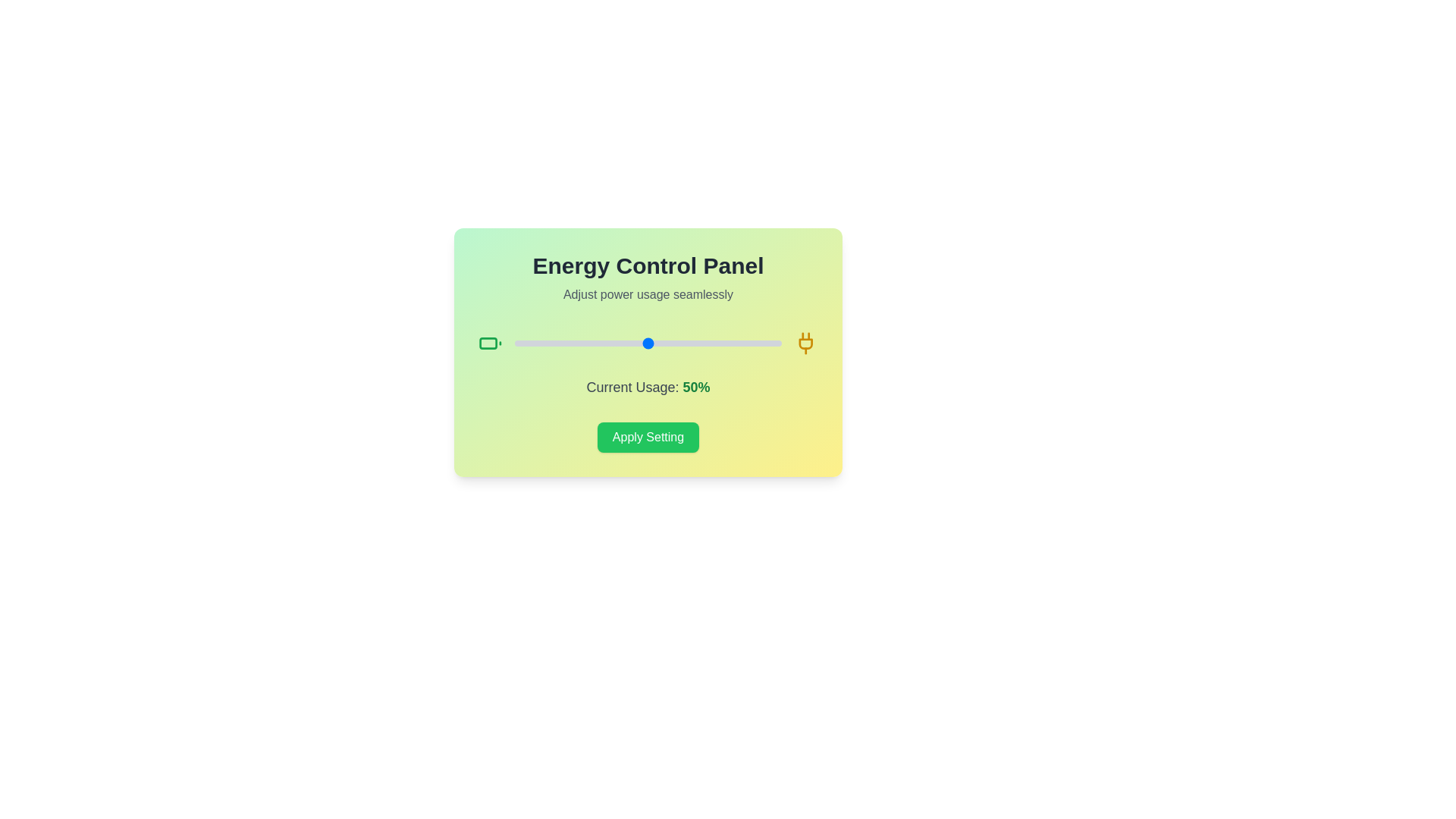  What do you see at coordinates (604, 343) in the screenshot?
I see `the current usage` at bounding box center [604, 343].